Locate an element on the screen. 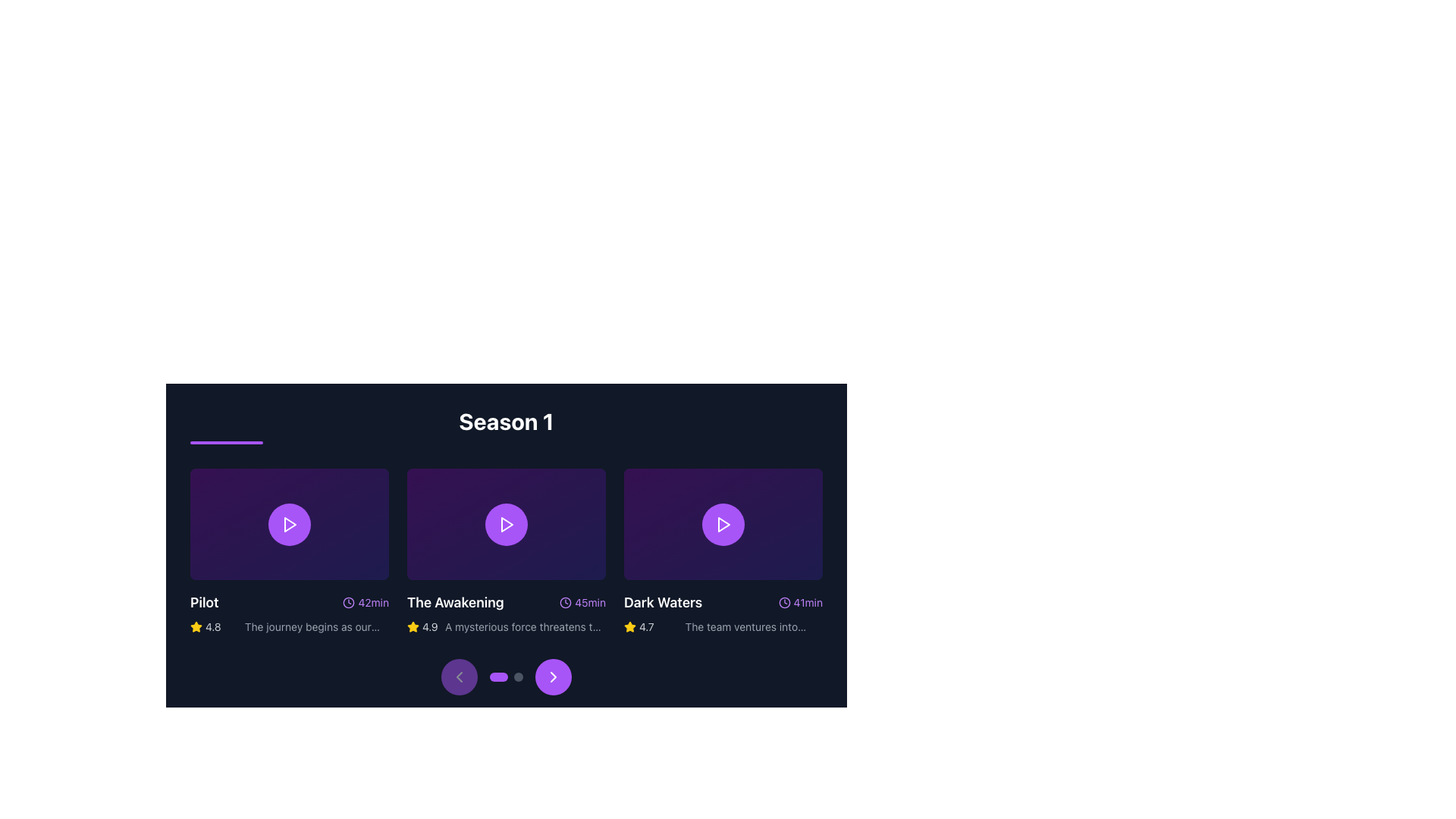  the small yellow star icon filled with a brighter yellow, located below the title 'Pilot' and near the text '4.8', which represents a rating is located at coordinates (413, 627).